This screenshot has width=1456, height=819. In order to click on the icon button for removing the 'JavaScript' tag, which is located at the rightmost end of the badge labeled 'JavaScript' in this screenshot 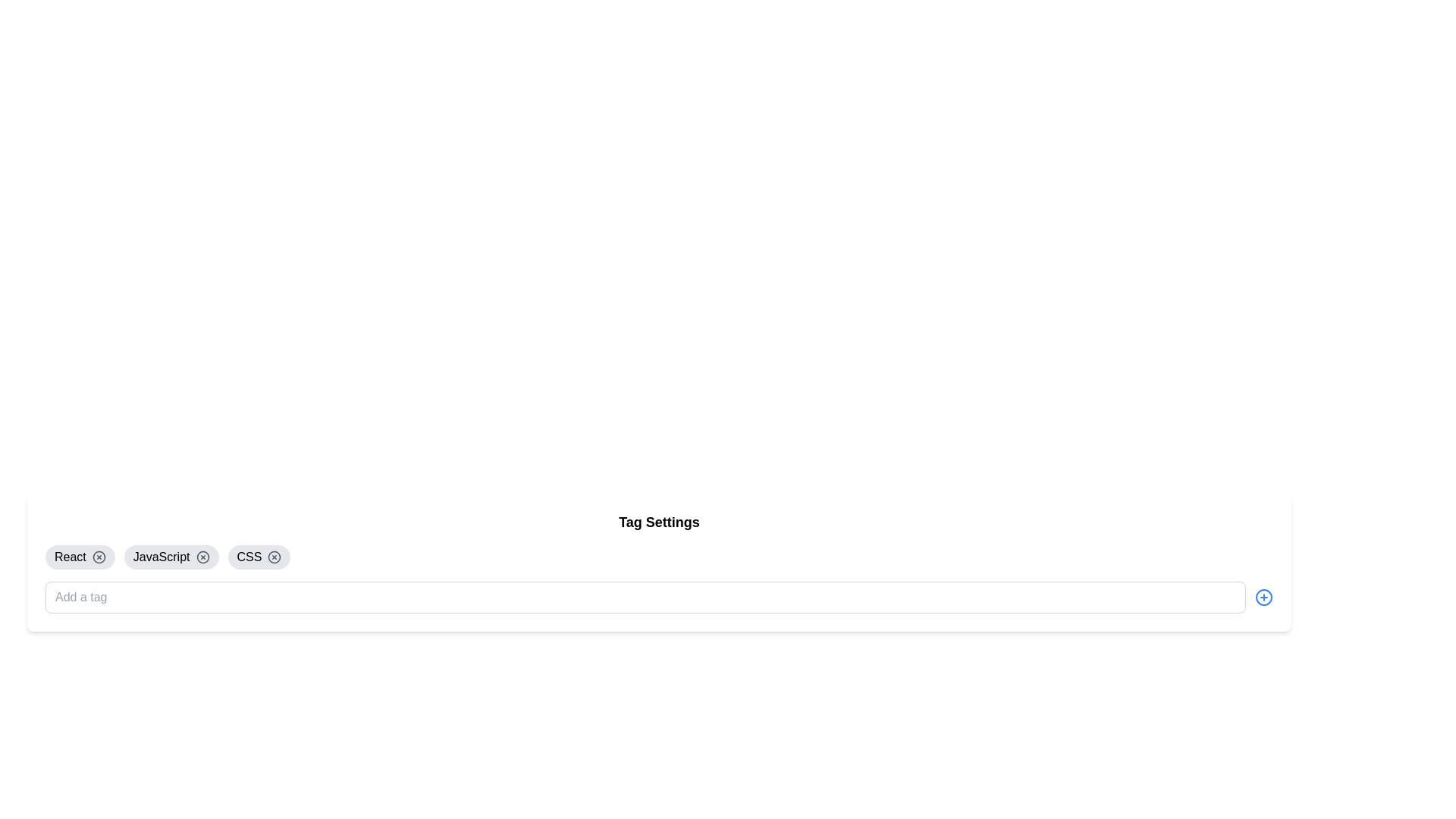, I will do `click(202, 557)`.